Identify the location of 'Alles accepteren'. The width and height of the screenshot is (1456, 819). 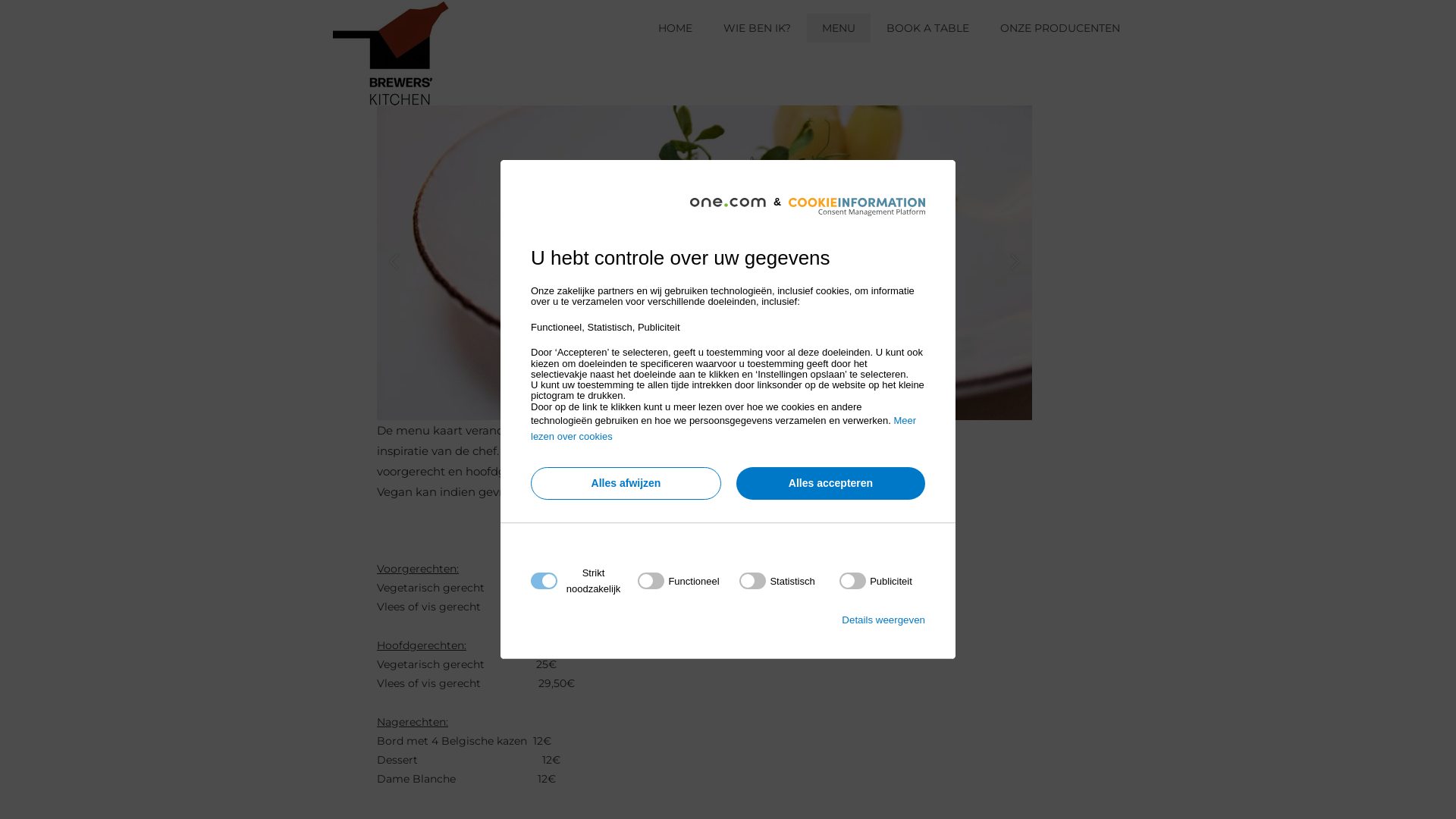
(830, 483).